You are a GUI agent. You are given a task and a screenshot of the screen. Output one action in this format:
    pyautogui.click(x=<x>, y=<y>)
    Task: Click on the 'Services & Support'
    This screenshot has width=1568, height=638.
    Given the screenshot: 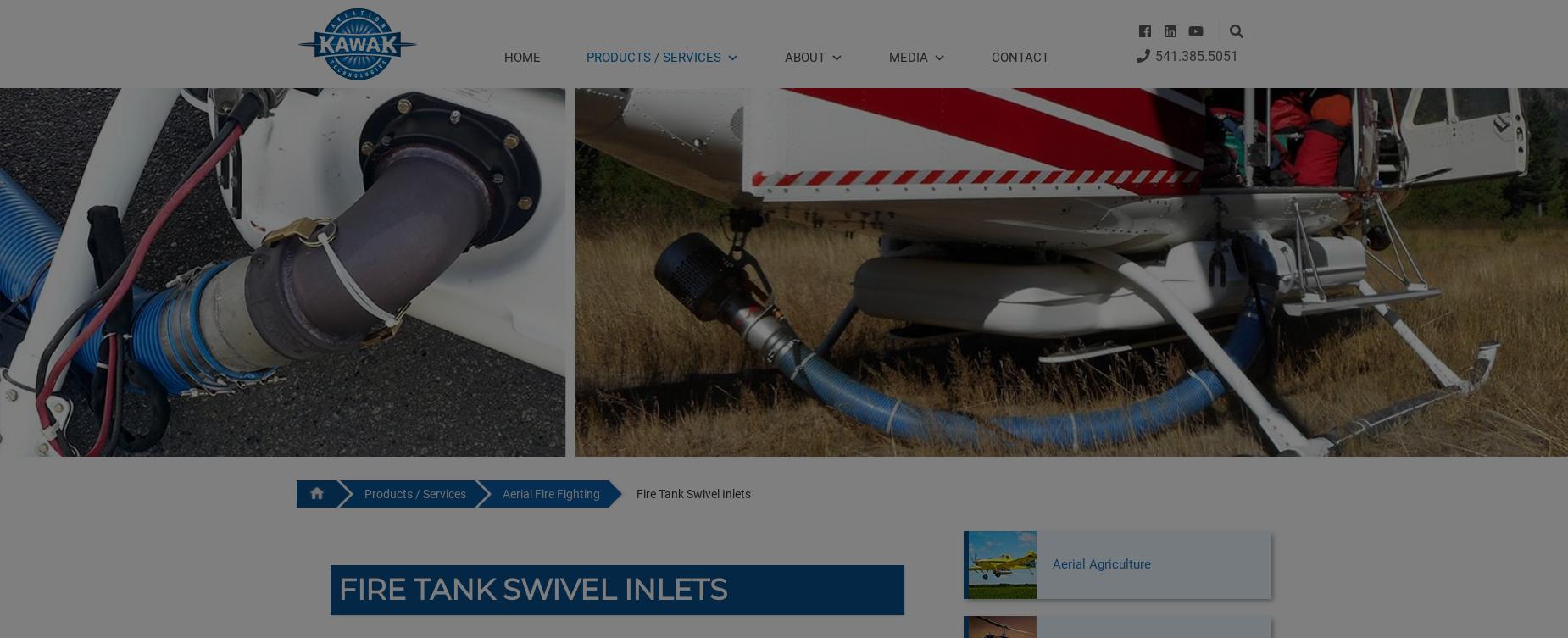 What is the action you would take?
    pyautogui.click(x=635, y=314)
    